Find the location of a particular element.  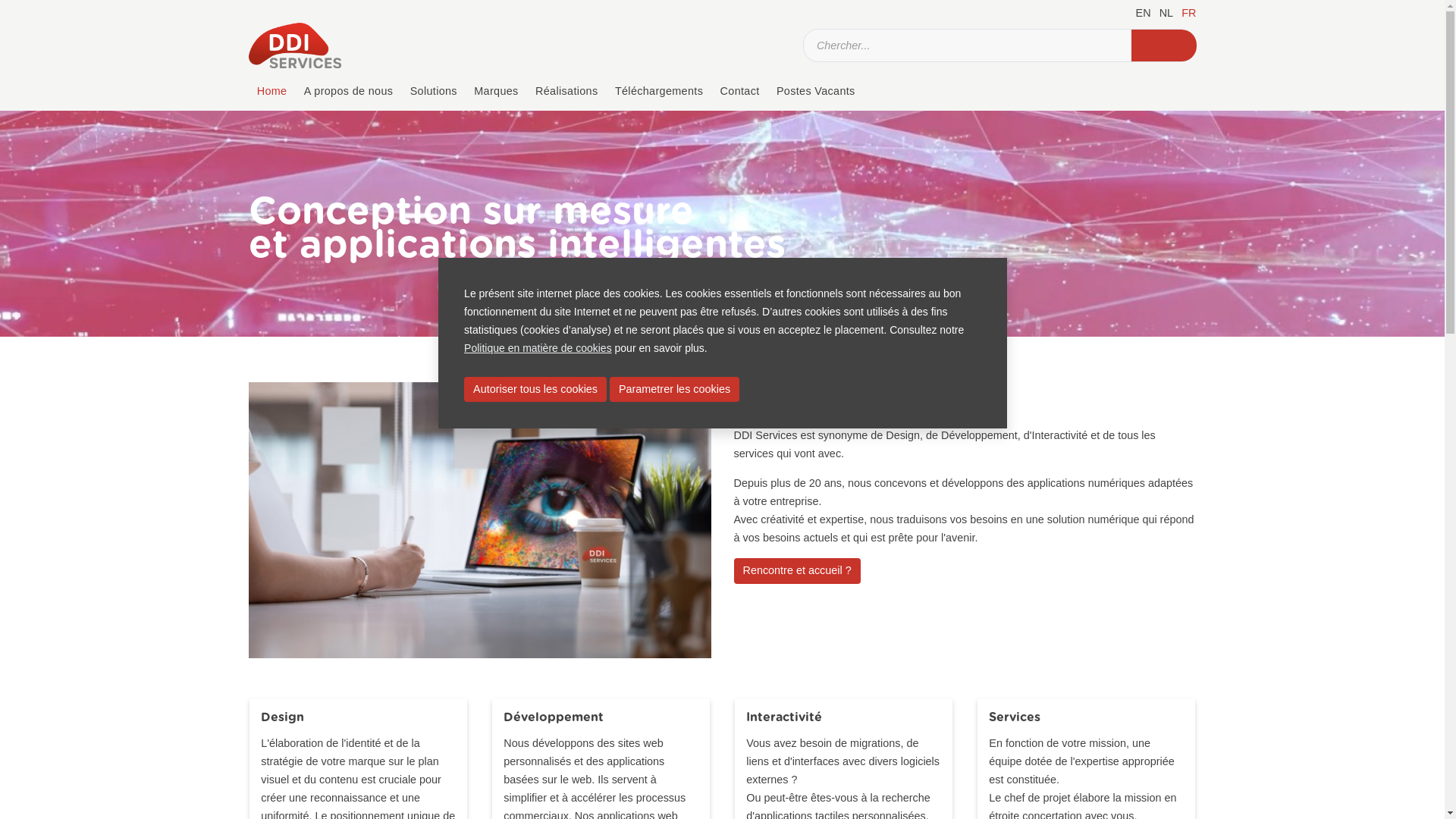

'Marques' is located at coordinates (496, 91).